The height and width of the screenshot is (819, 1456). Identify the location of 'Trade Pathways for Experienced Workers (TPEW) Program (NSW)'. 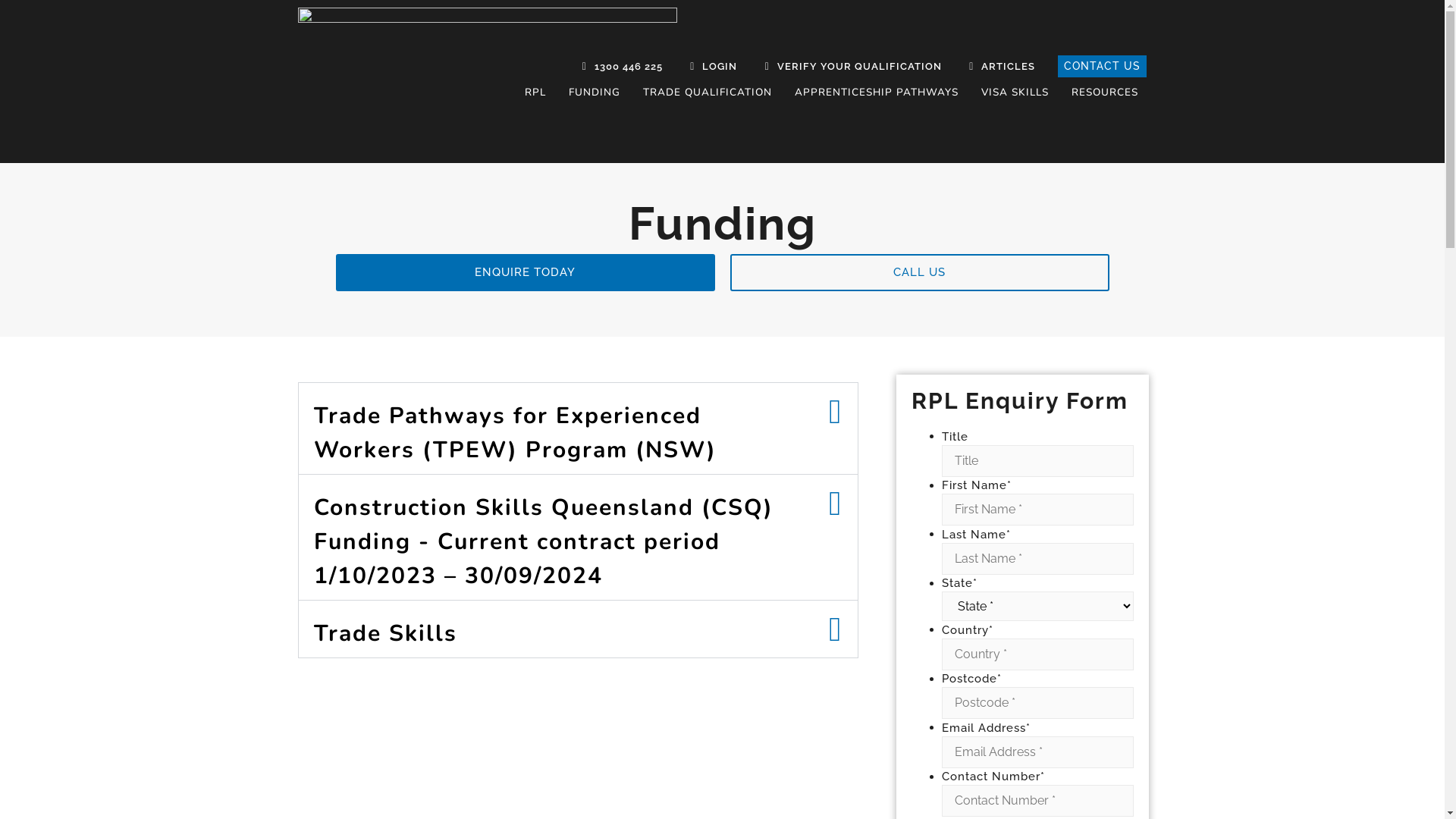
(515, 432).